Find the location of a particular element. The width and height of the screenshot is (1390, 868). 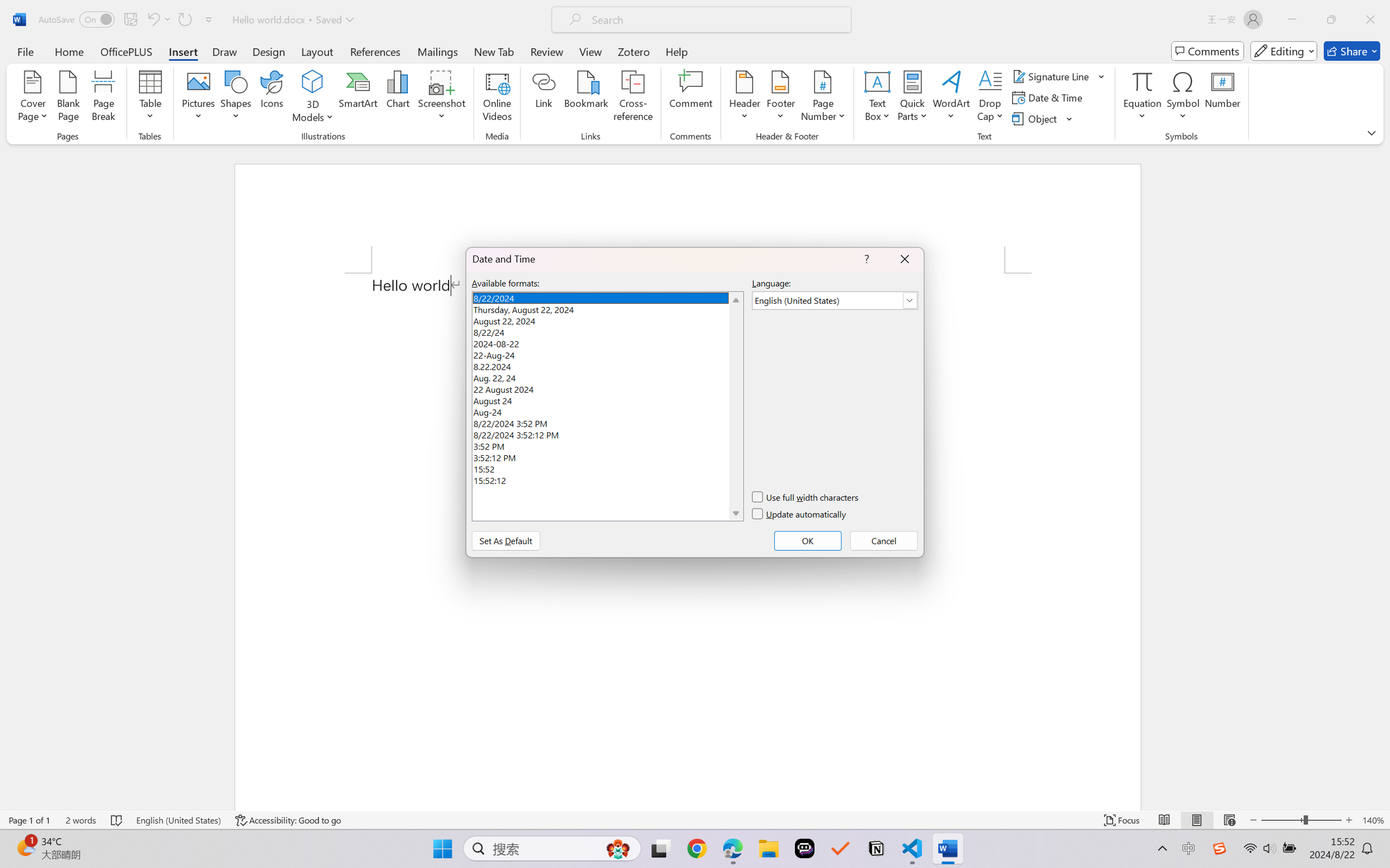

'Object...' is located at coordinates (1036, 119).